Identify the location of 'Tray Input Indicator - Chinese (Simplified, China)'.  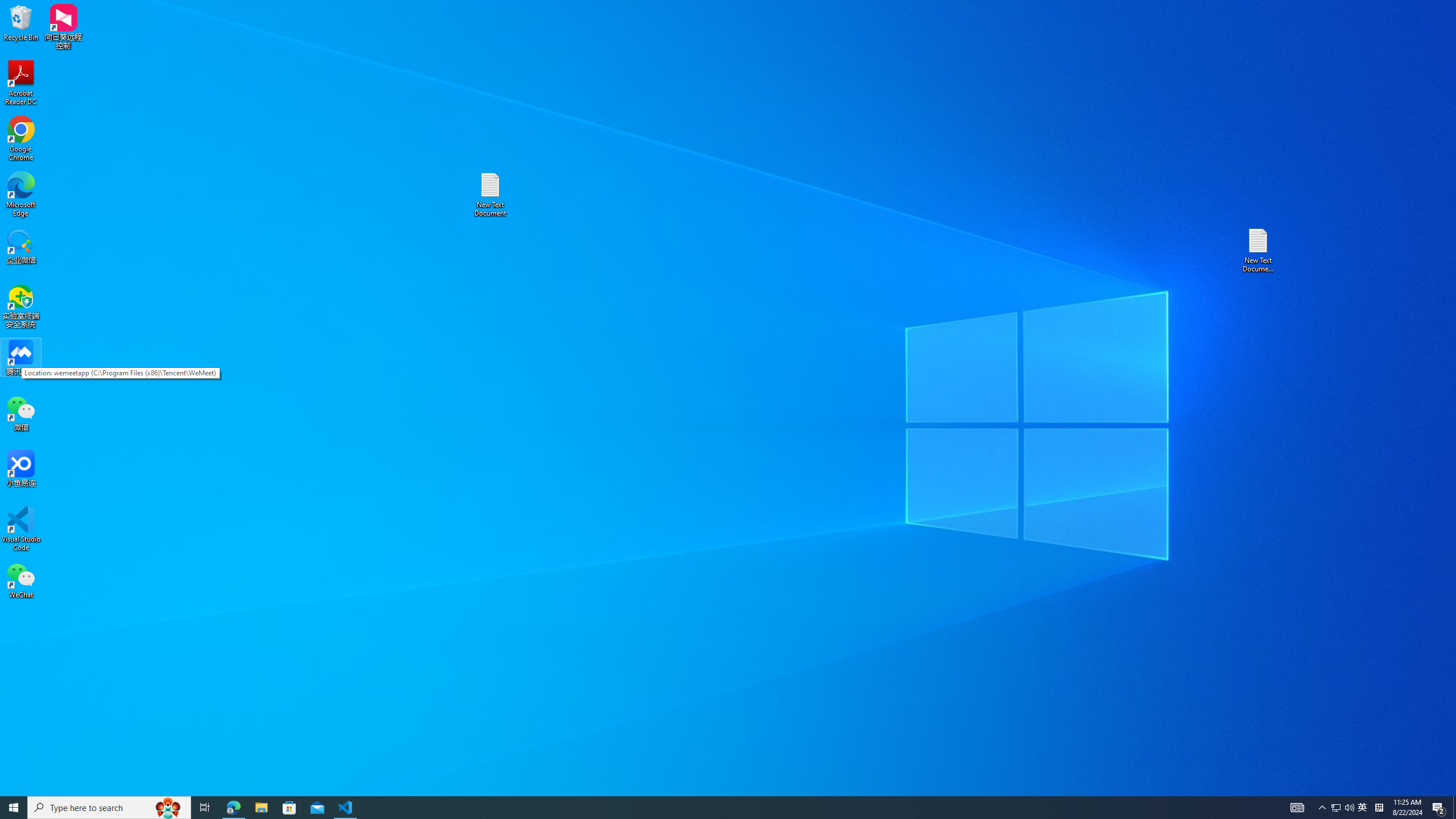
(1379, 806).